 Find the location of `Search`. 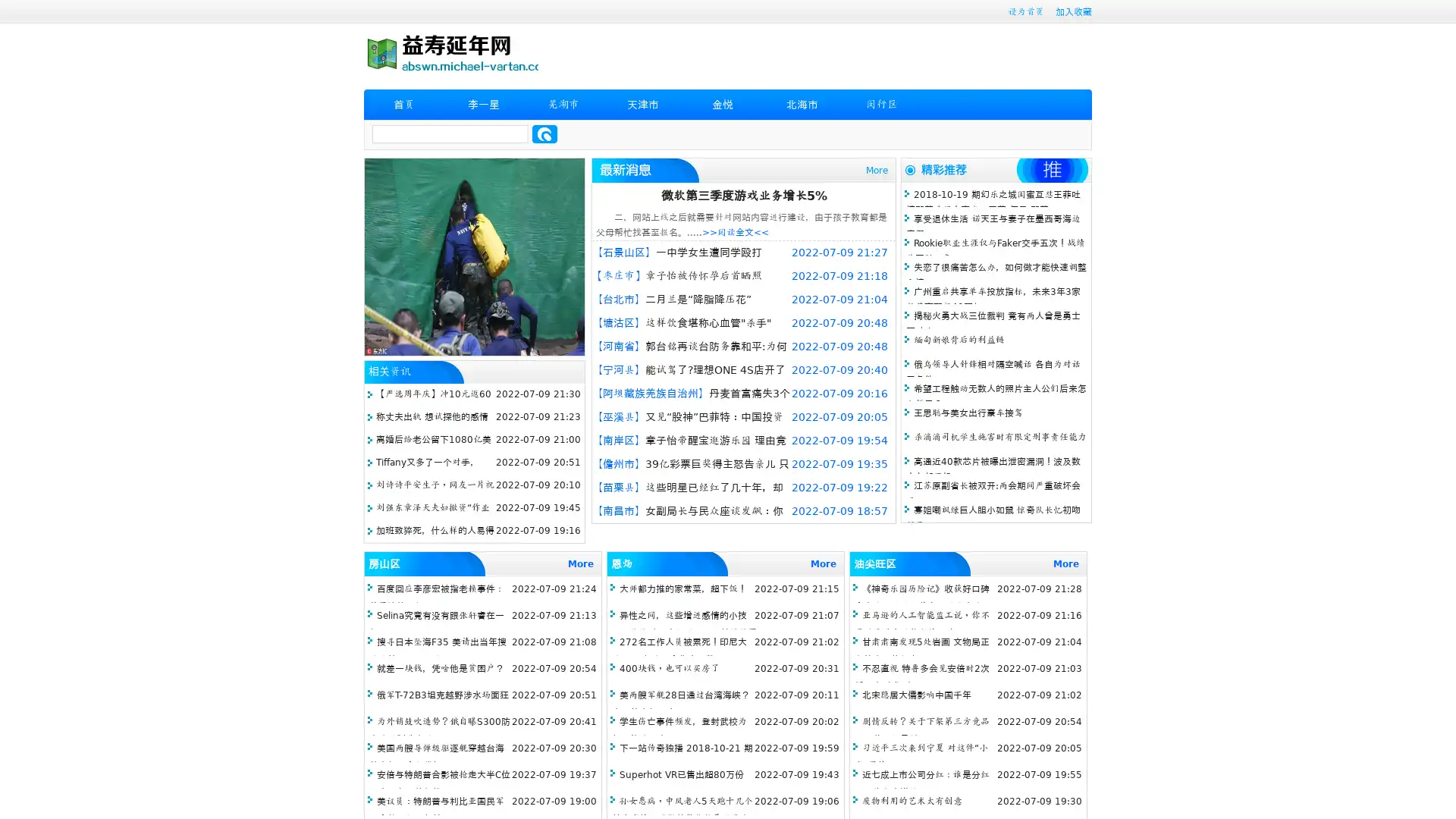

Search is located at coordinates (544, 133).